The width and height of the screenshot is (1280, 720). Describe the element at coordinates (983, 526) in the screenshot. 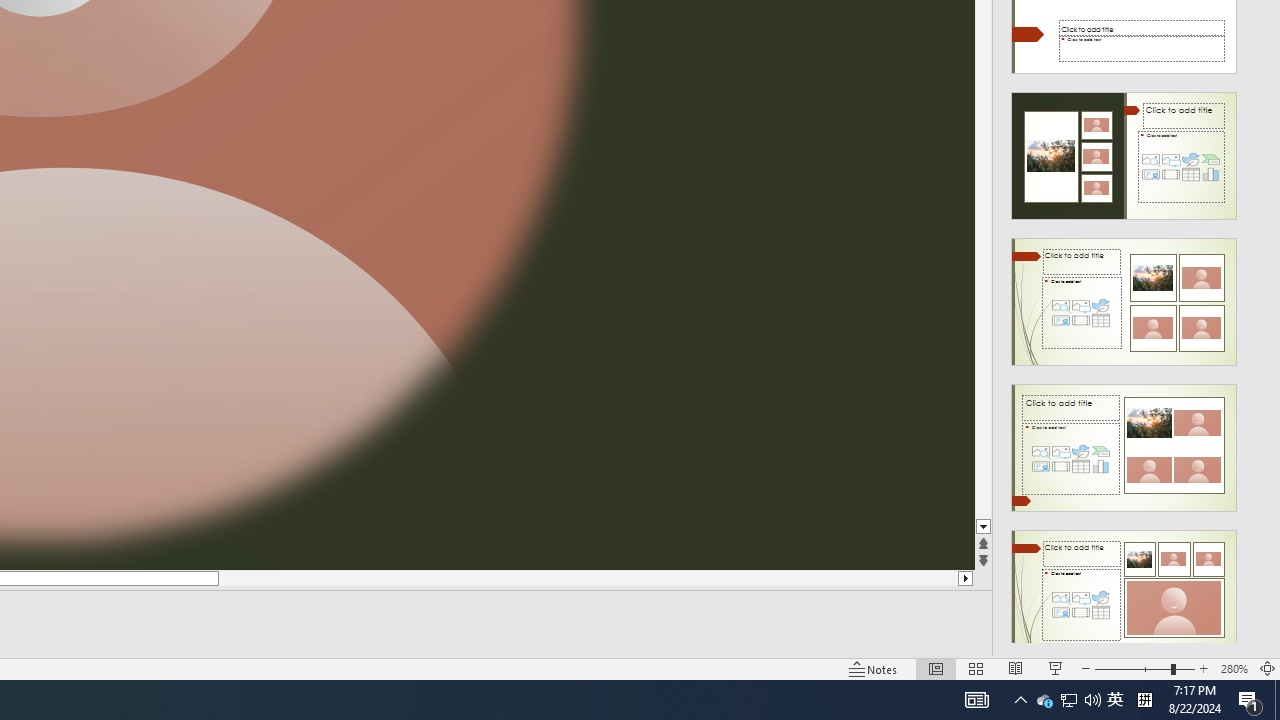

I see `'Line down'` at that location.